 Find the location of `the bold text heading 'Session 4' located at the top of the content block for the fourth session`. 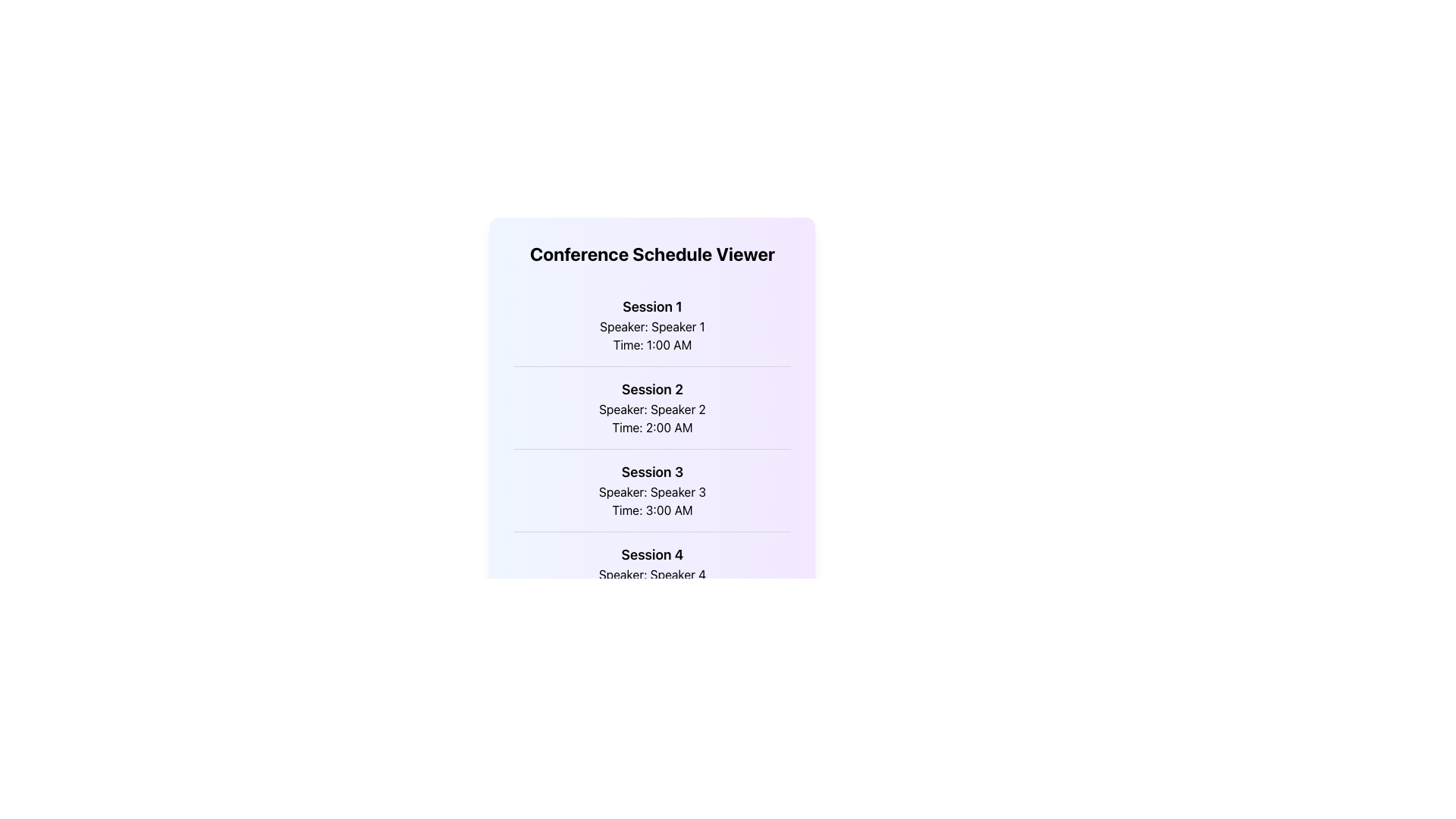

the bold text heading 'Session 4' located at the top of the content block for the fourth session is located at coordinates (652, 555).